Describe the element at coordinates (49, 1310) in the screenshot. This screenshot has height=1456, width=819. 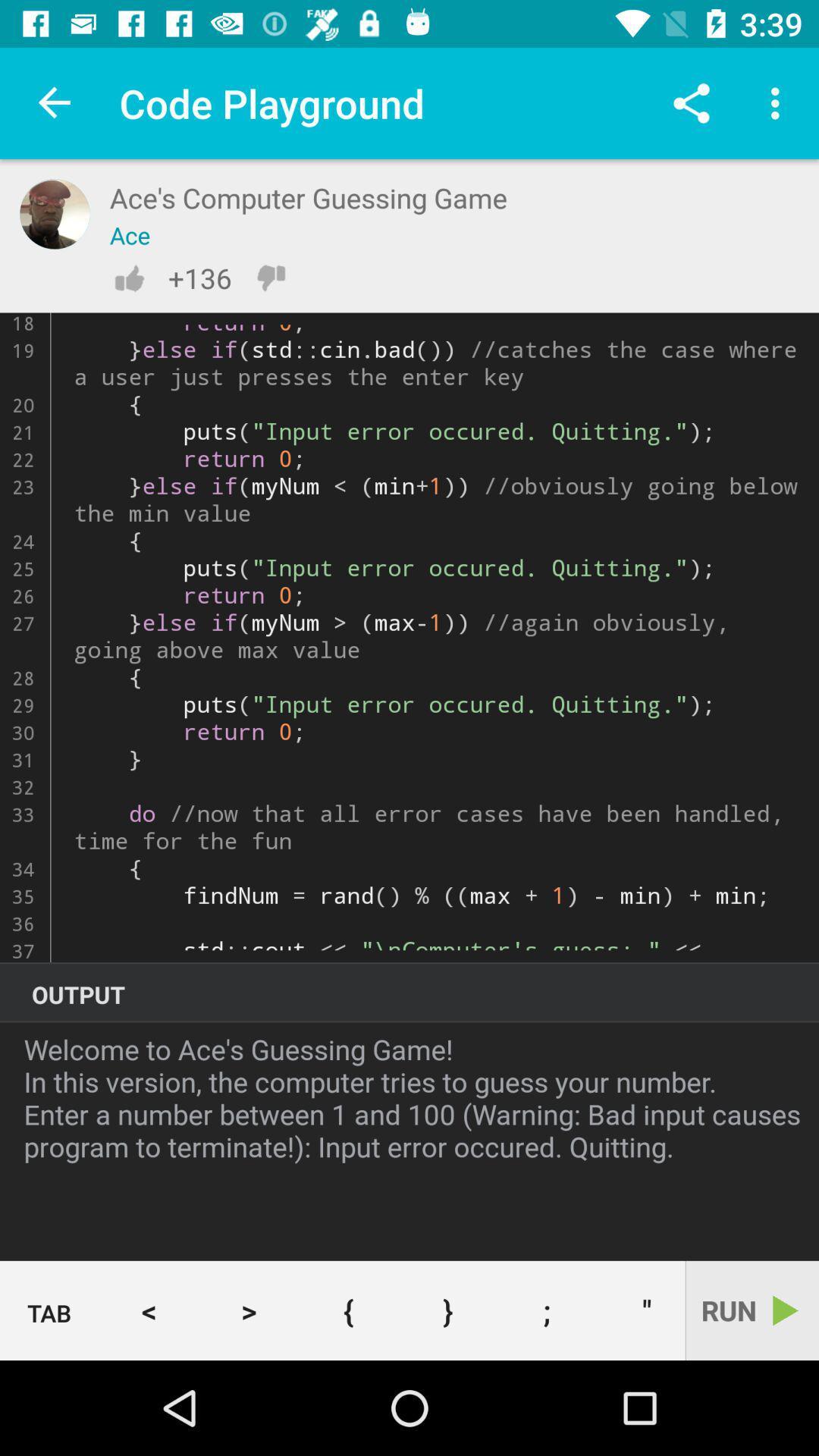
I see `the button to the left of the < item` at that location.